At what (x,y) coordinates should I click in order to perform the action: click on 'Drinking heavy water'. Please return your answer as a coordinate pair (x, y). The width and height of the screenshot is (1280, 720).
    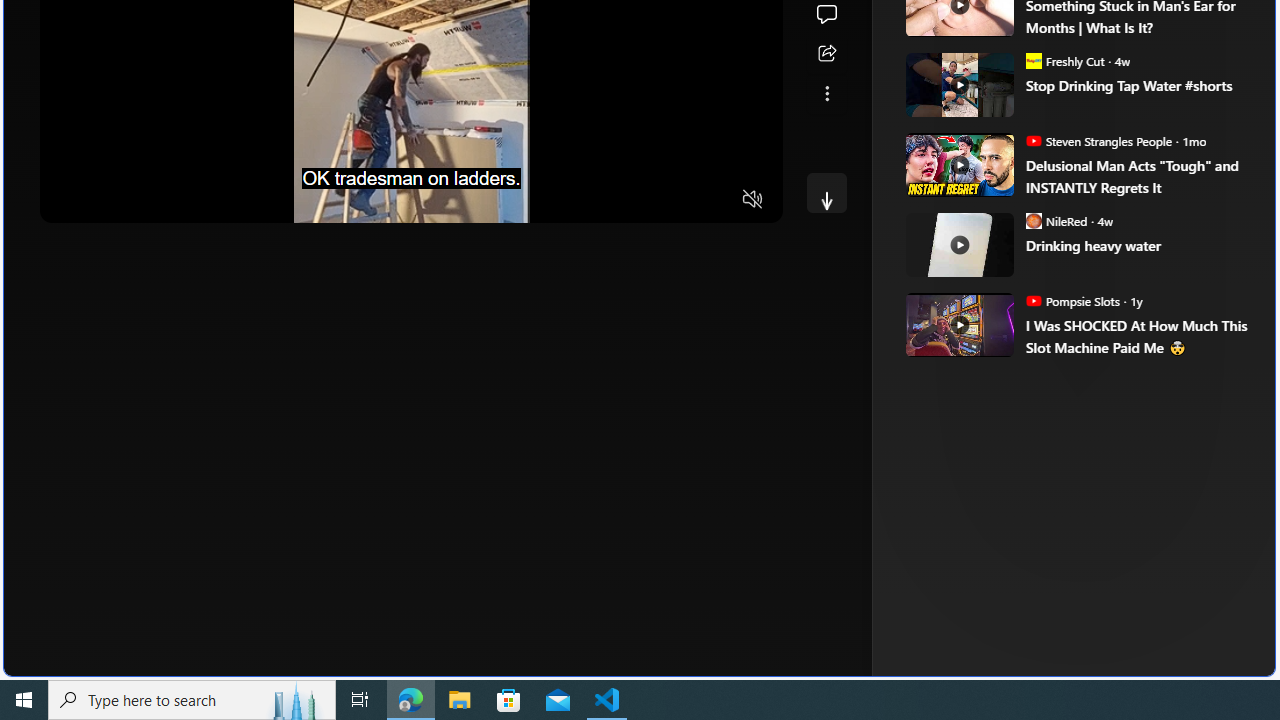
    Looking at the image, I should click on (1136, 244).